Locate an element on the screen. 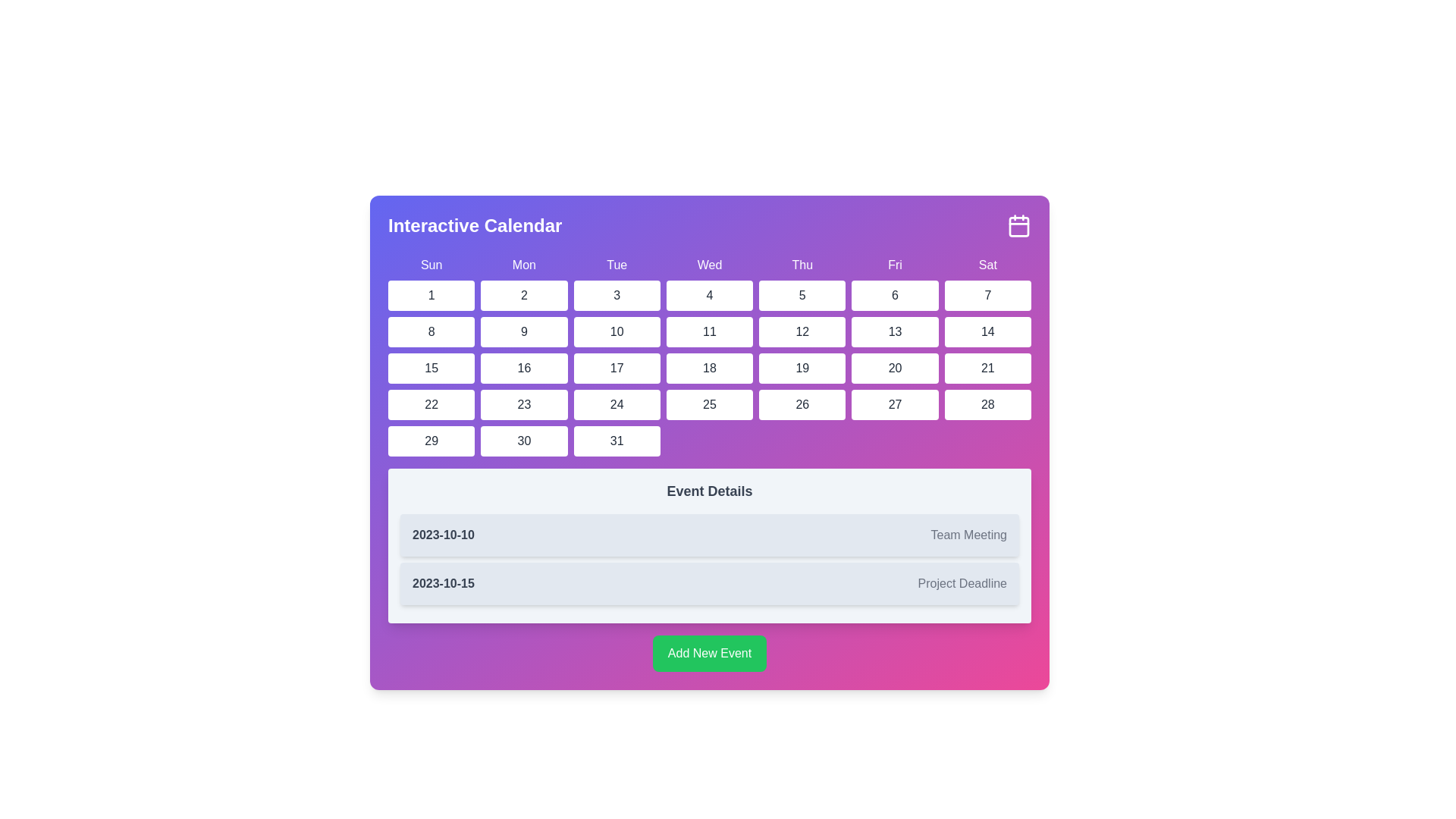  the interactive calendar date cell representing the 28th day of the month is located at coordinates (987, 403).